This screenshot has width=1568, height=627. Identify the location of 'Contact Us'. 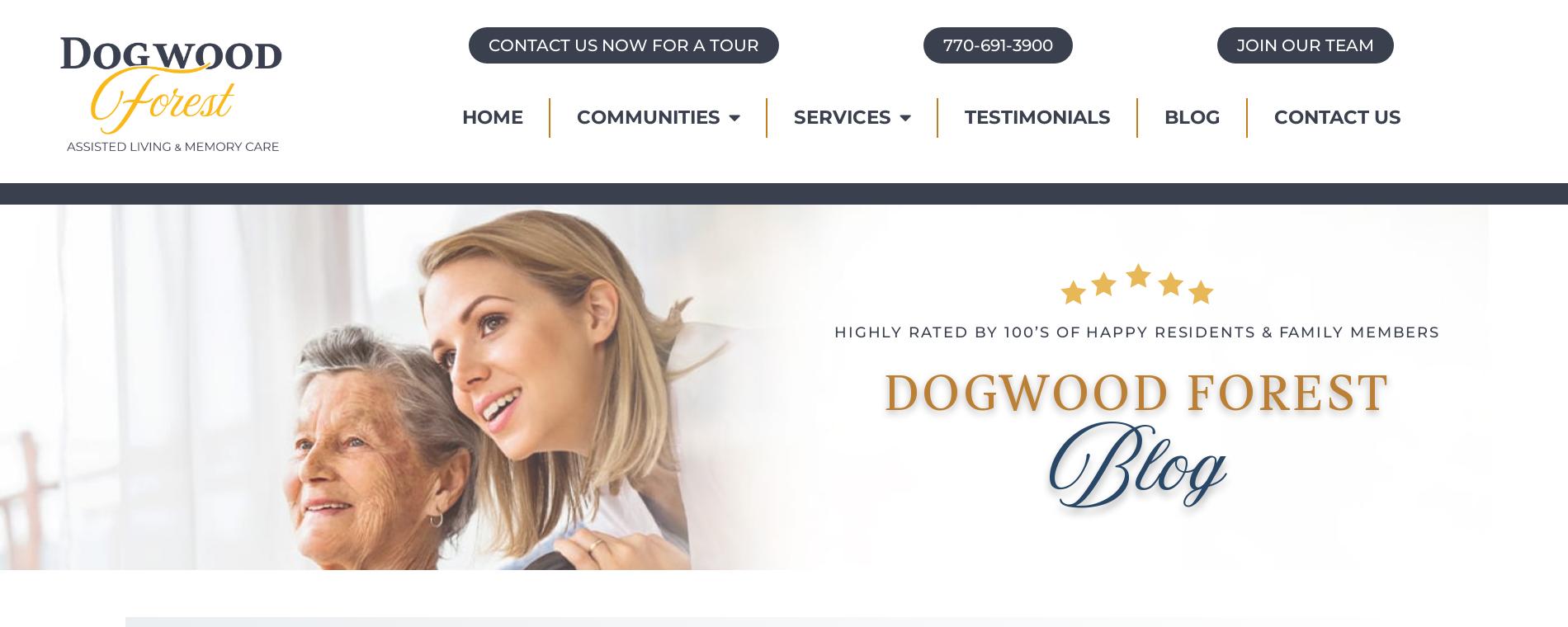
(1336, 116).